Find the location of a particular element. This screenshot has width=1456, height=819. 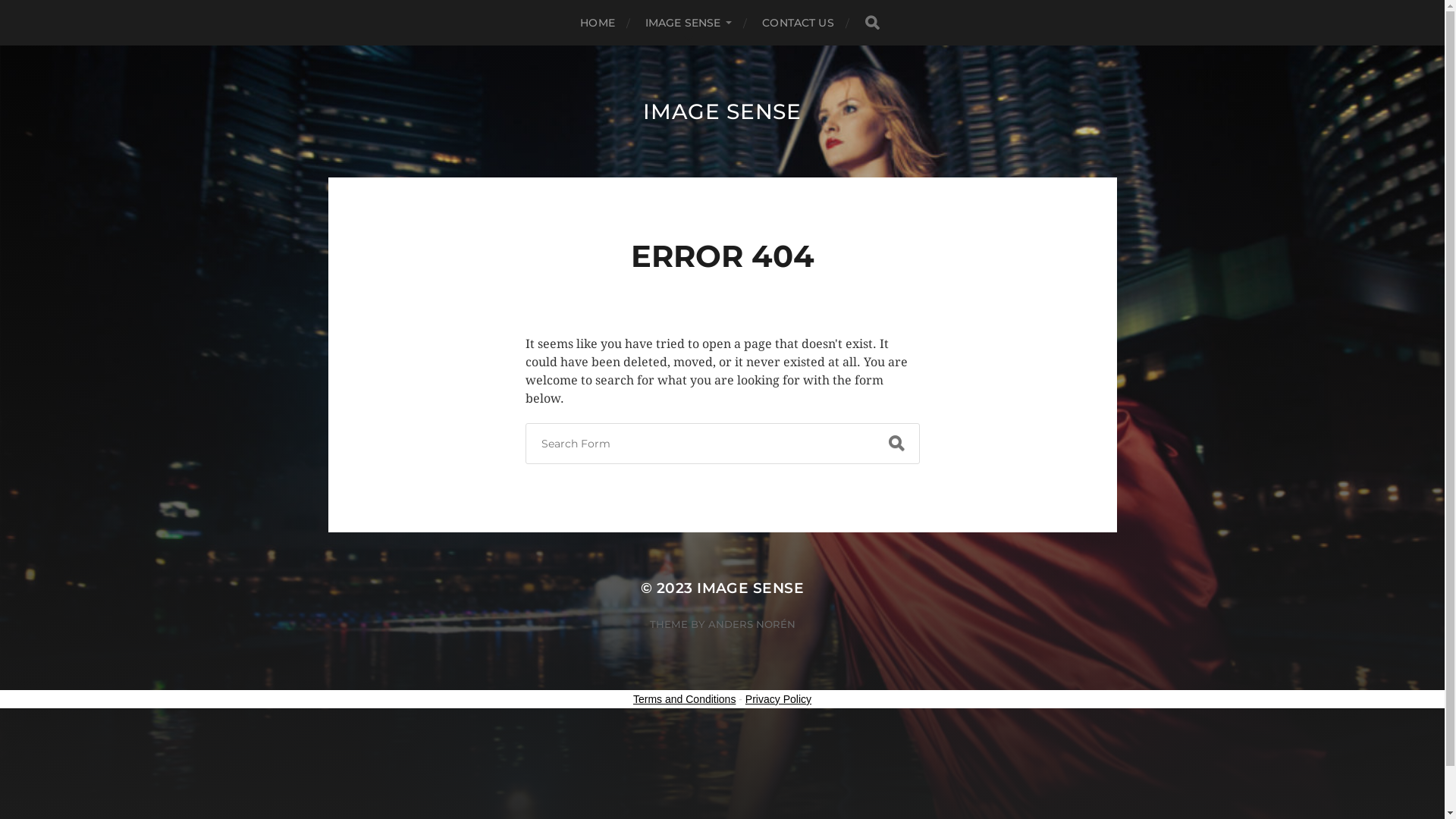

'CONTACT US' is located at coordinates (796, 23).